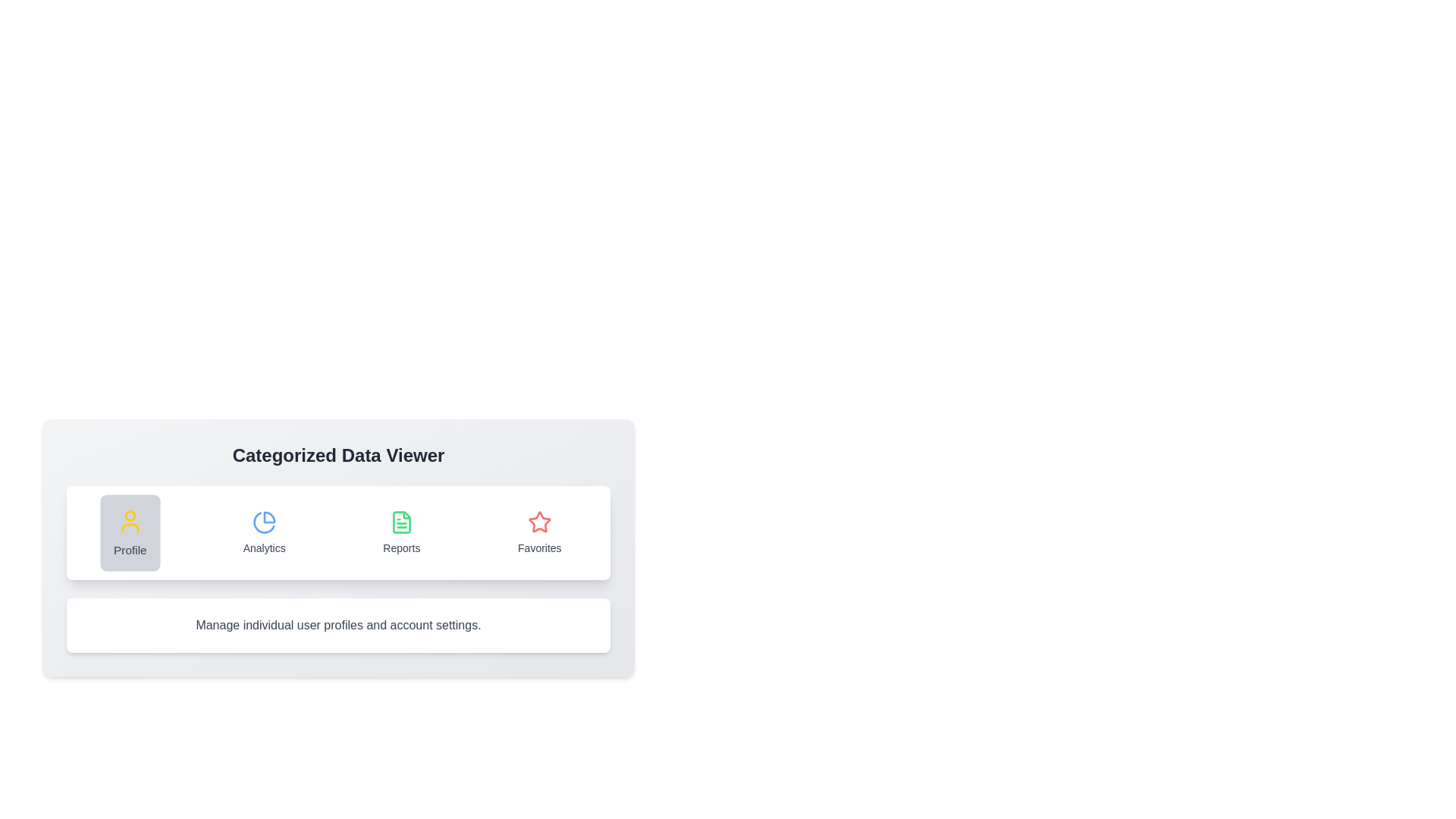 This screenshot has height=819, width=1456. I want to click on the 'Reports' tab to view the reports-related information, so click(401, 532).